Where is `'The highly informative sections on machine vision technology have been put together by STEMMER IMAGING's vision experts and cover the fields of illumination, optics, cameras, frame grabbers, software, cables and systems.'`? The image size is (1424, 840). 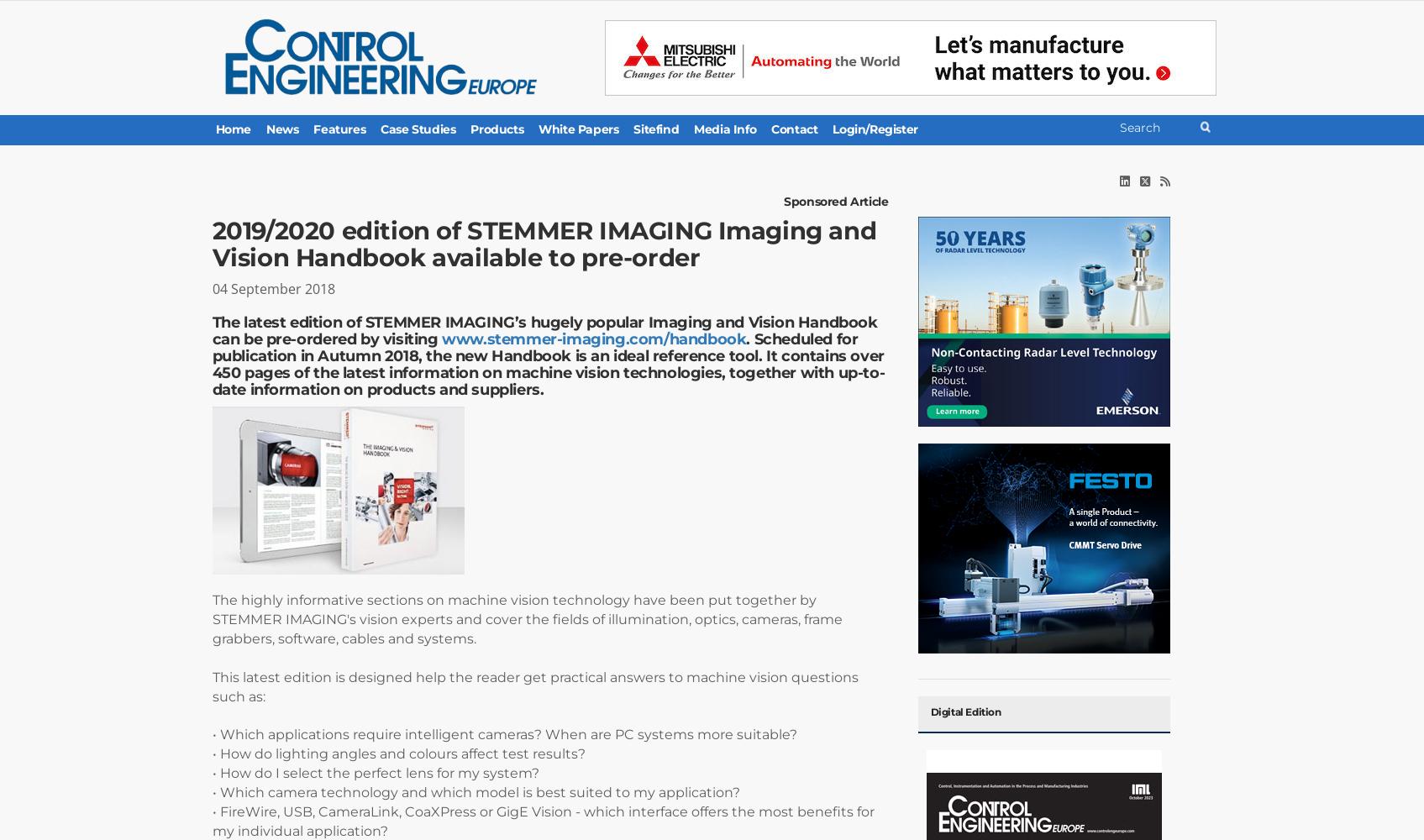 'The highly informative sections on machine vision technology have been put together by STEMMER IMAGING's vision experts and cover the fields of illumination, optics, cameras, frame grabbers, software, cables and systems.' is located at coordinates (525, 618).